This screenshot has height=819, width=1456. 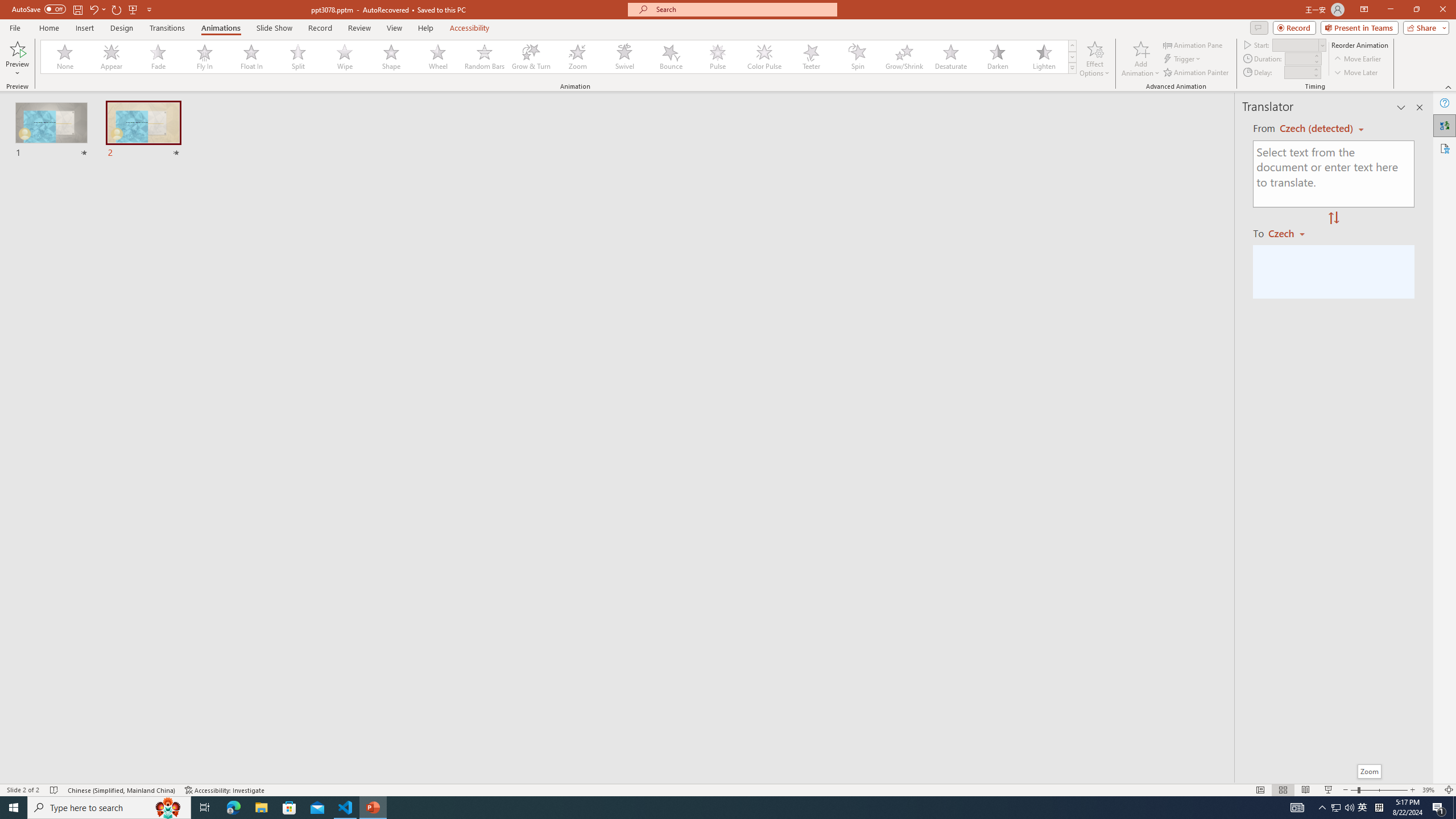 What do you see at coordinates (1317, 128) in the screenshot?
I see `'Czech (detected)'` at bounding box center [1317, 128].